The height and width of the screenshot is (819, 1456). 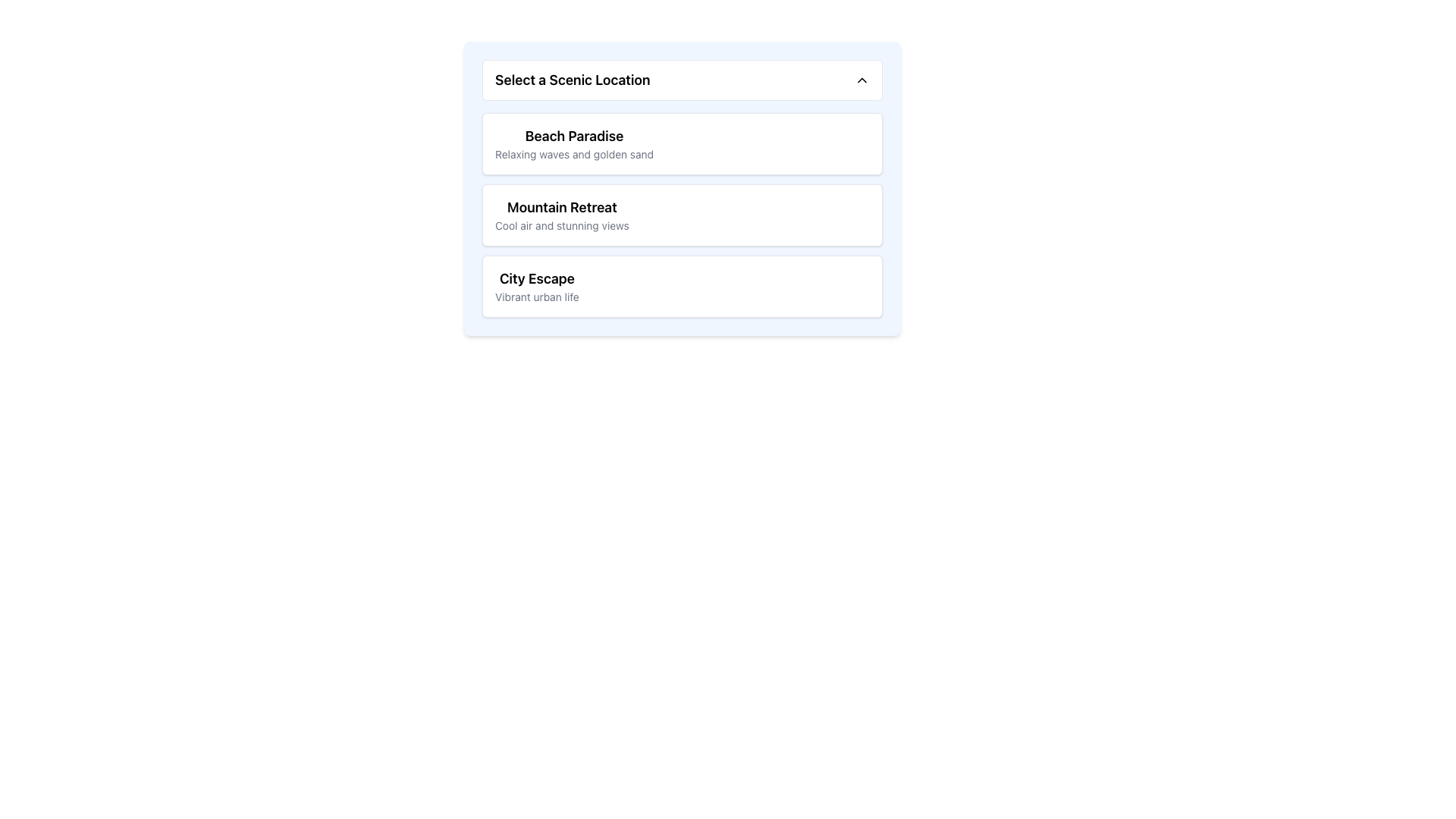 I want to click on the selectable list item labeled 'Mountain Retreat', so click(x=682, y=215).